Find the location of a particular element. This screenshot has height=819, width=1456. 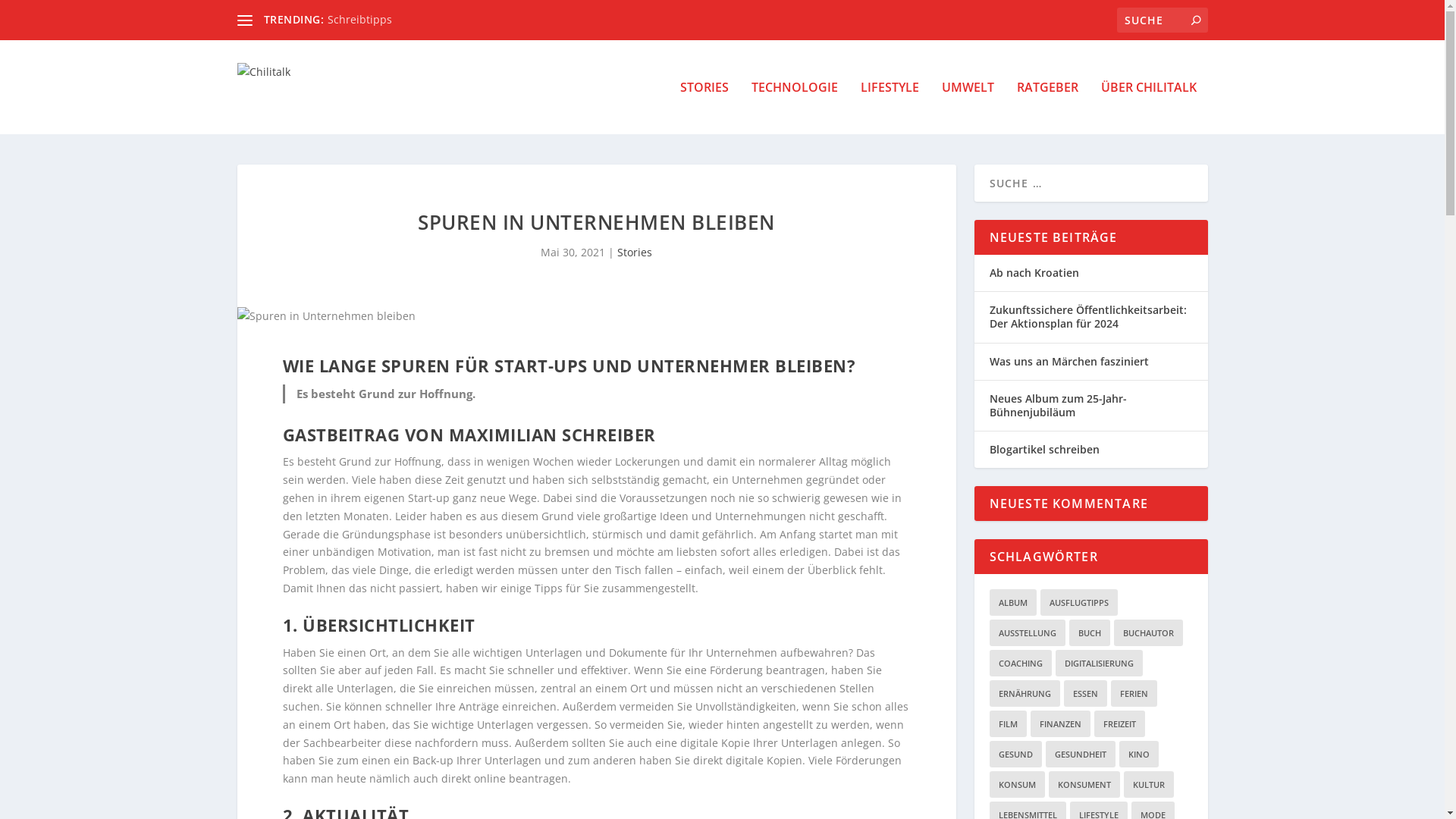

'FILM' is located at coordinates (1007, 723).